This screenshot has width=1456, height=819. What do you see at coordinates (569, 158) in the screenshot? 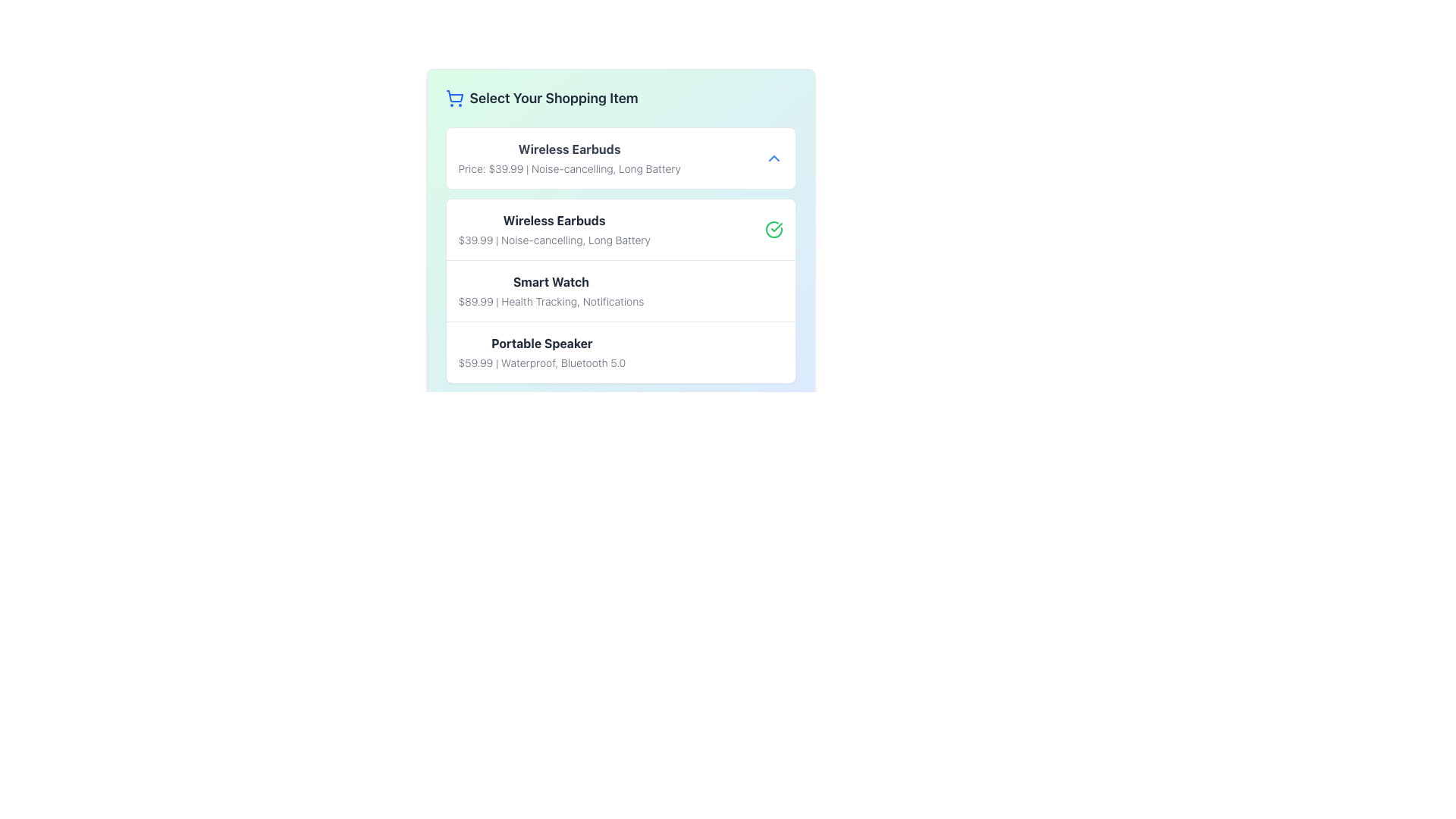
I see `the text label displaying 'Wireless Earbuds' which is the primary content of the first item in the selectable list` at bounding box center [569, 158].